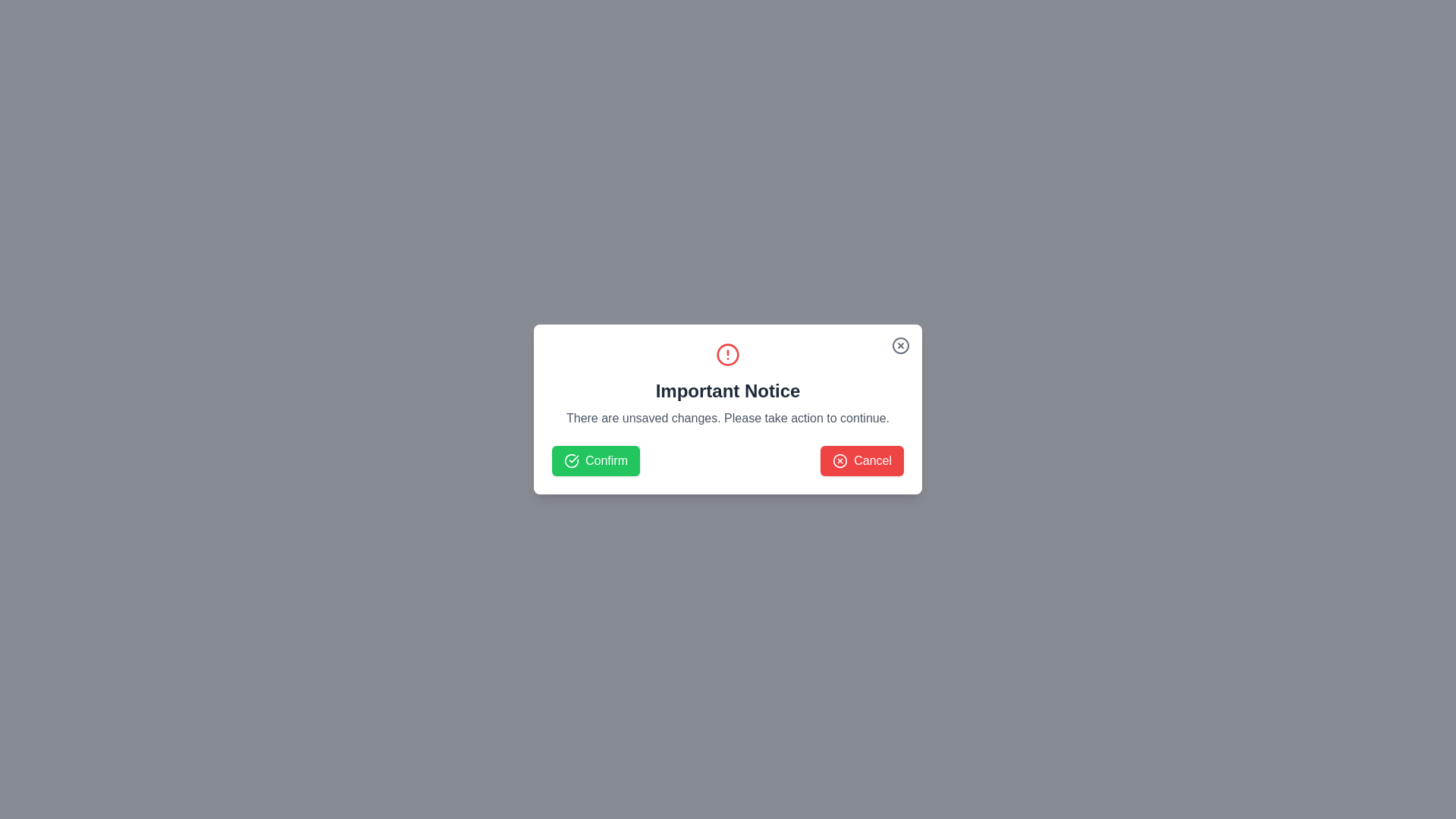  I want to click on the green circular SVG icon with a checkmark located near the left 'Confirm' button in the modal dialog, so click(570, 460).